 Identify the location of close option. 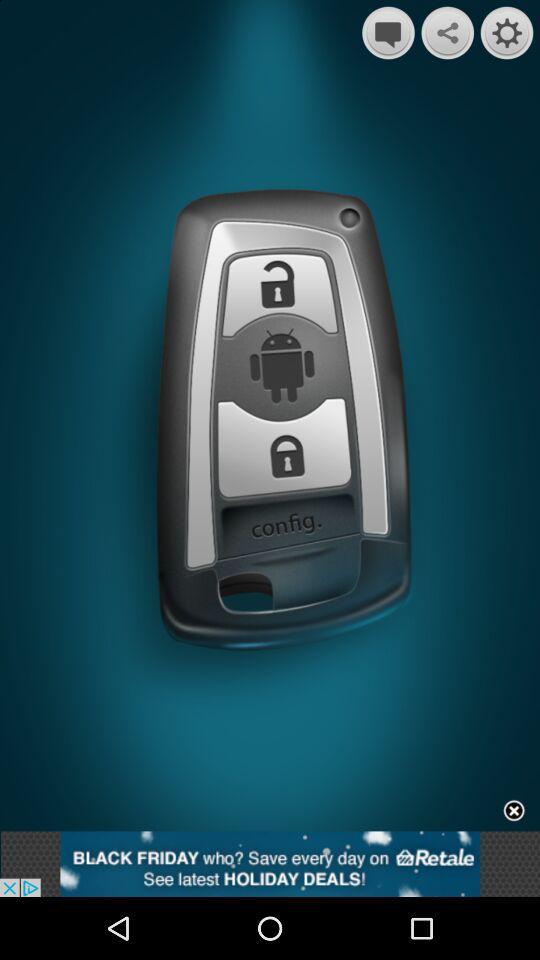
(514, 811).